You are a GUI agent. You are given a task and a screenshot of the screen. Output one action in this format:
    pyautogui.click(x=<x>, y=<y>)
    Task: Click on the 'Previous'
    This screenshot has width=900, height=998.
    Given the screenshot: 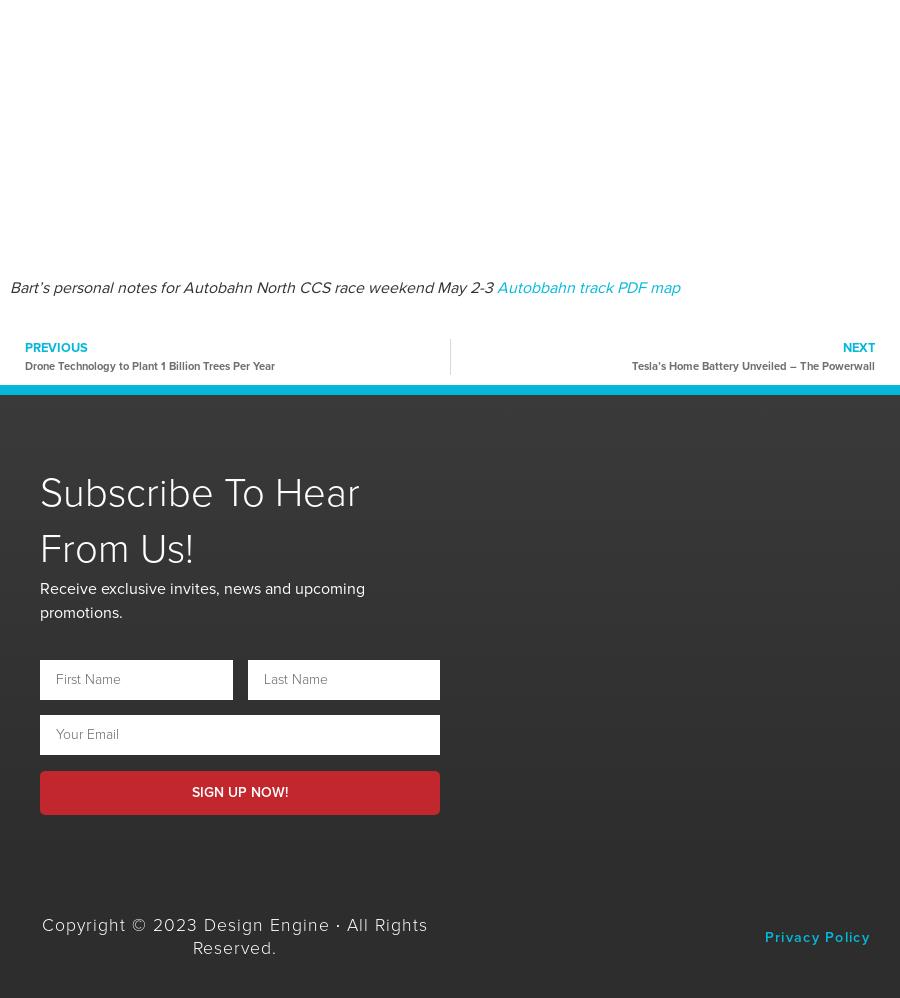 What is the action you would take?
    pyautogui.click(x=55, y=348)
    